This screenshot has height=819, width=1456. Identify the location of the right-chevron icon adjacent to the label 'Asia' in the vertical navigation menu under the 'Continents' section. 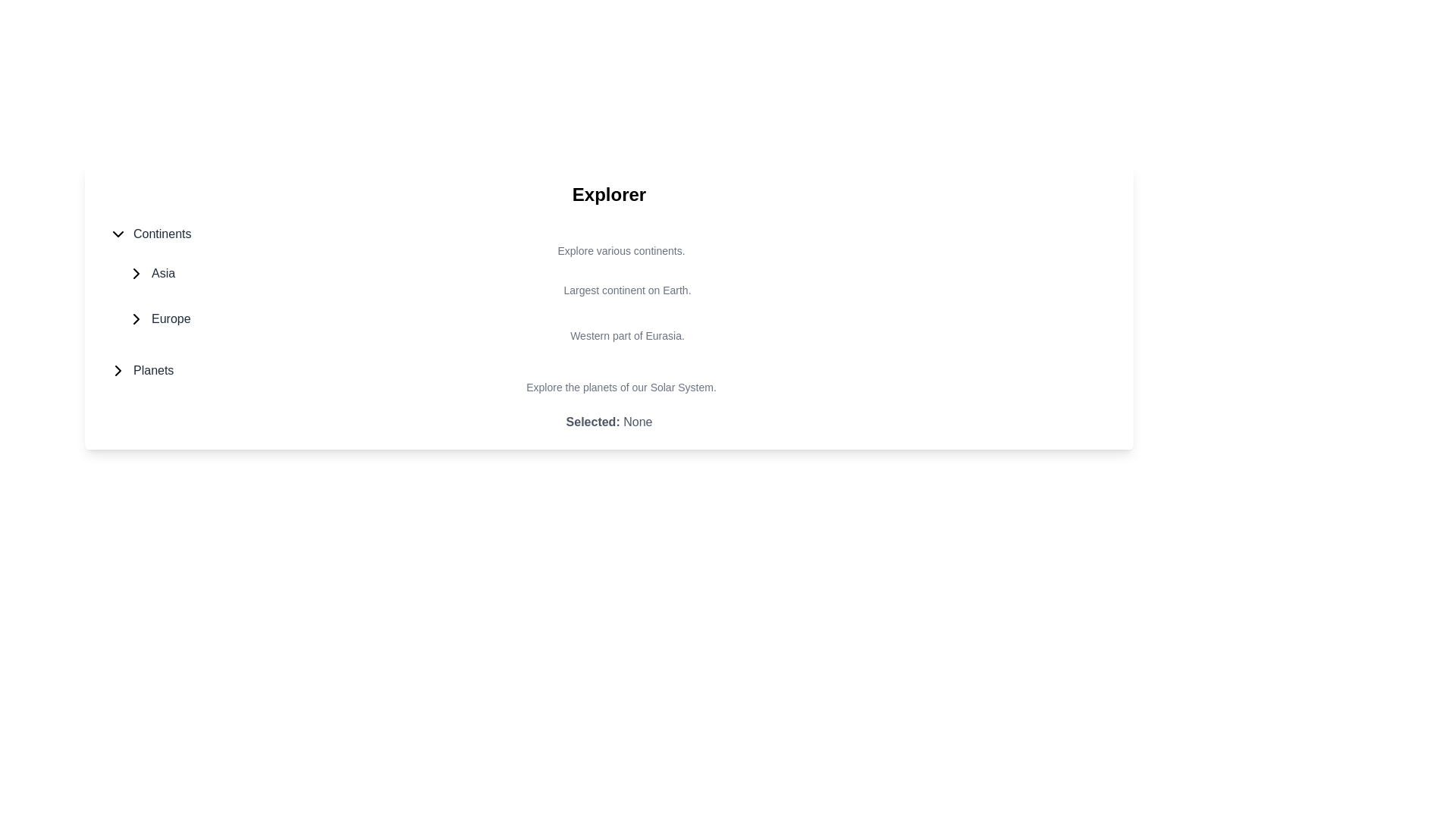
(136, 274).